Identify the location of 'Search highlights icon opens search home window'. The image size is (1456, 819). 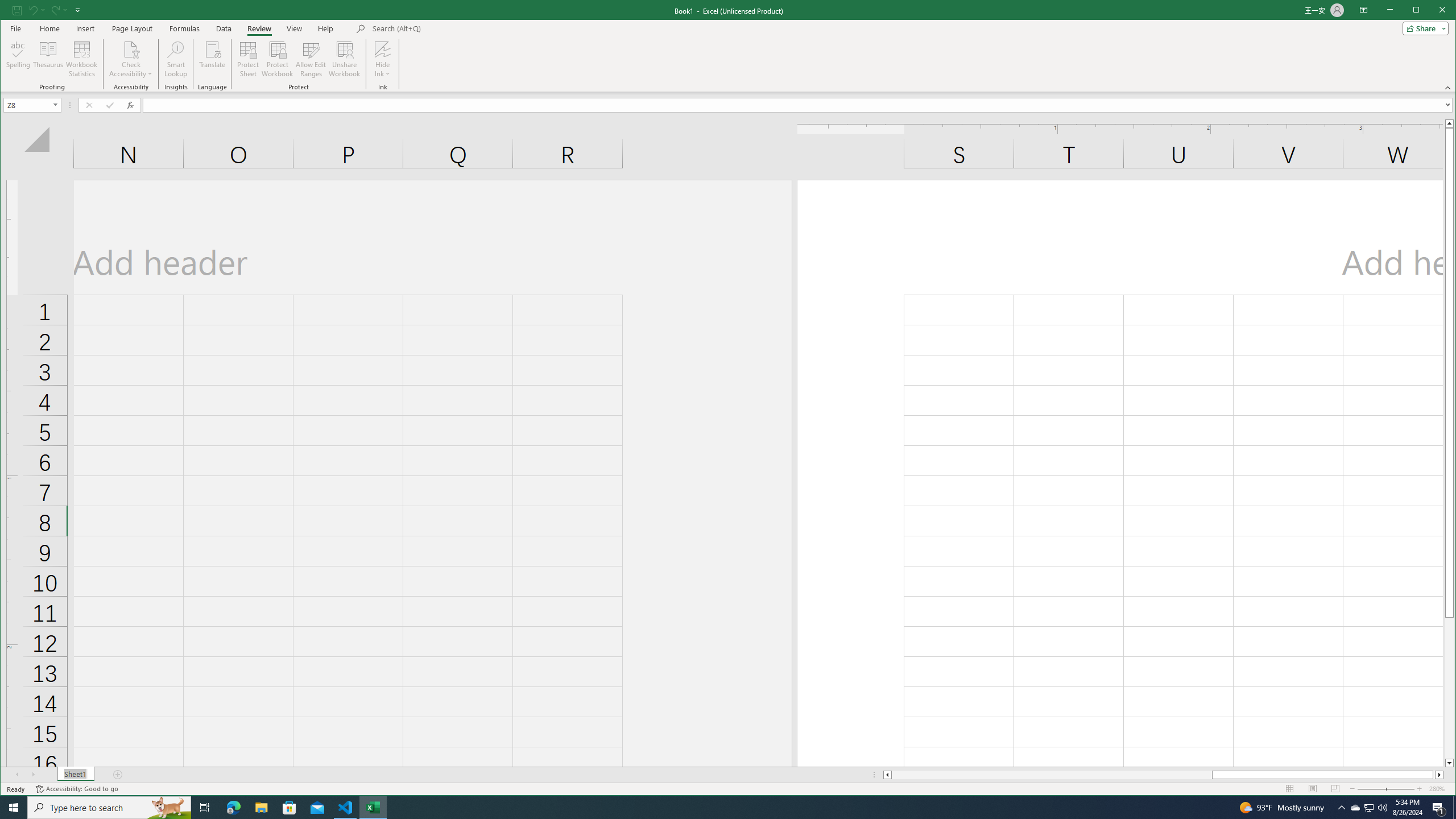
(167, 806).